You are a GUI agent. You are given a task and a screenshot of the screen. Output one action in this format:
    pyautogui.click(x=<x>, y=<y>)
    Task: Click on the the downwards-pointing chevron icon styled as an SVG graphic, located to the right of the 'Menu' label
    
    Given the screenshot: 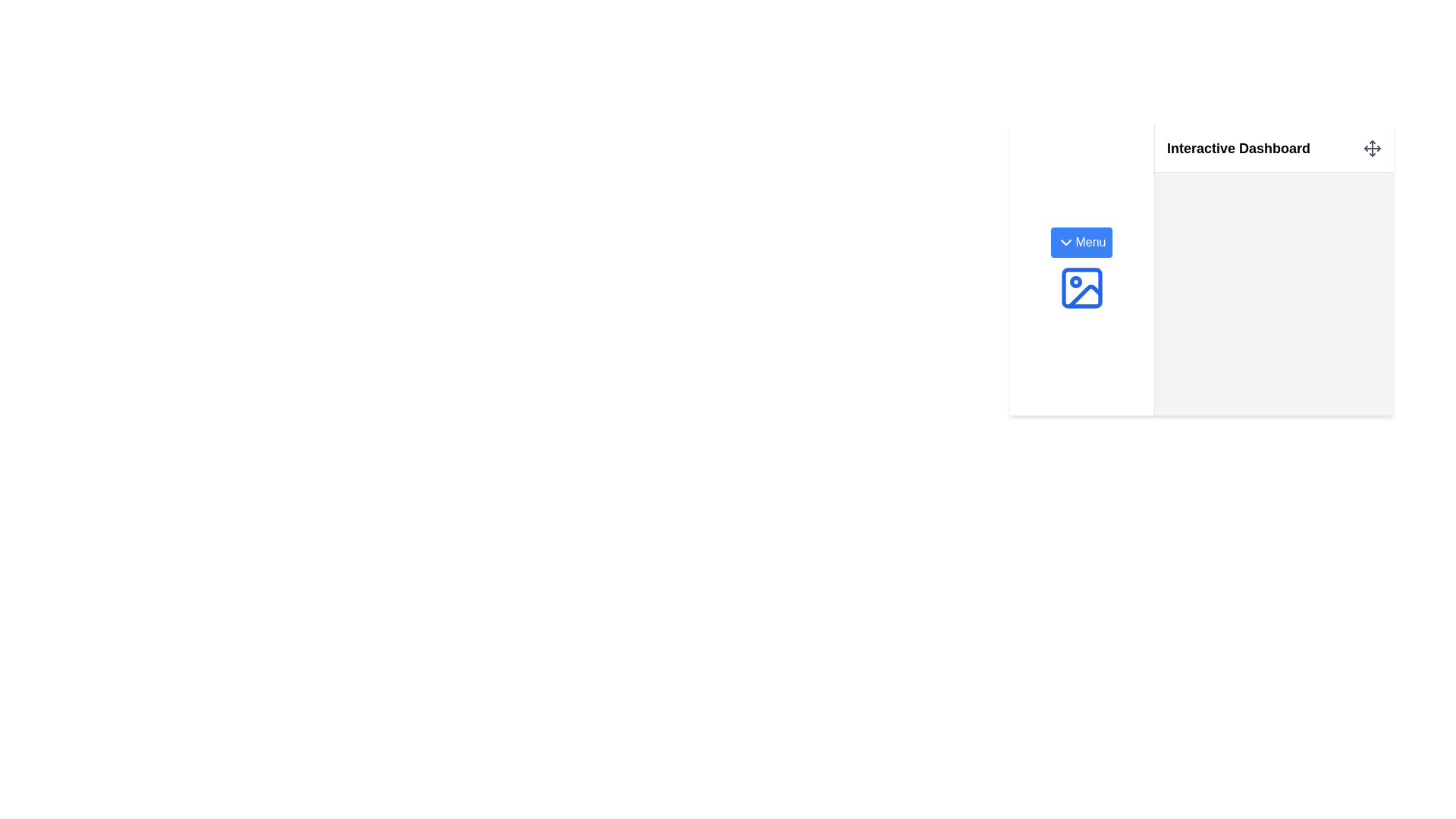 What is the action you would take?
    pyautogui.click(x=1065, y=242)
    